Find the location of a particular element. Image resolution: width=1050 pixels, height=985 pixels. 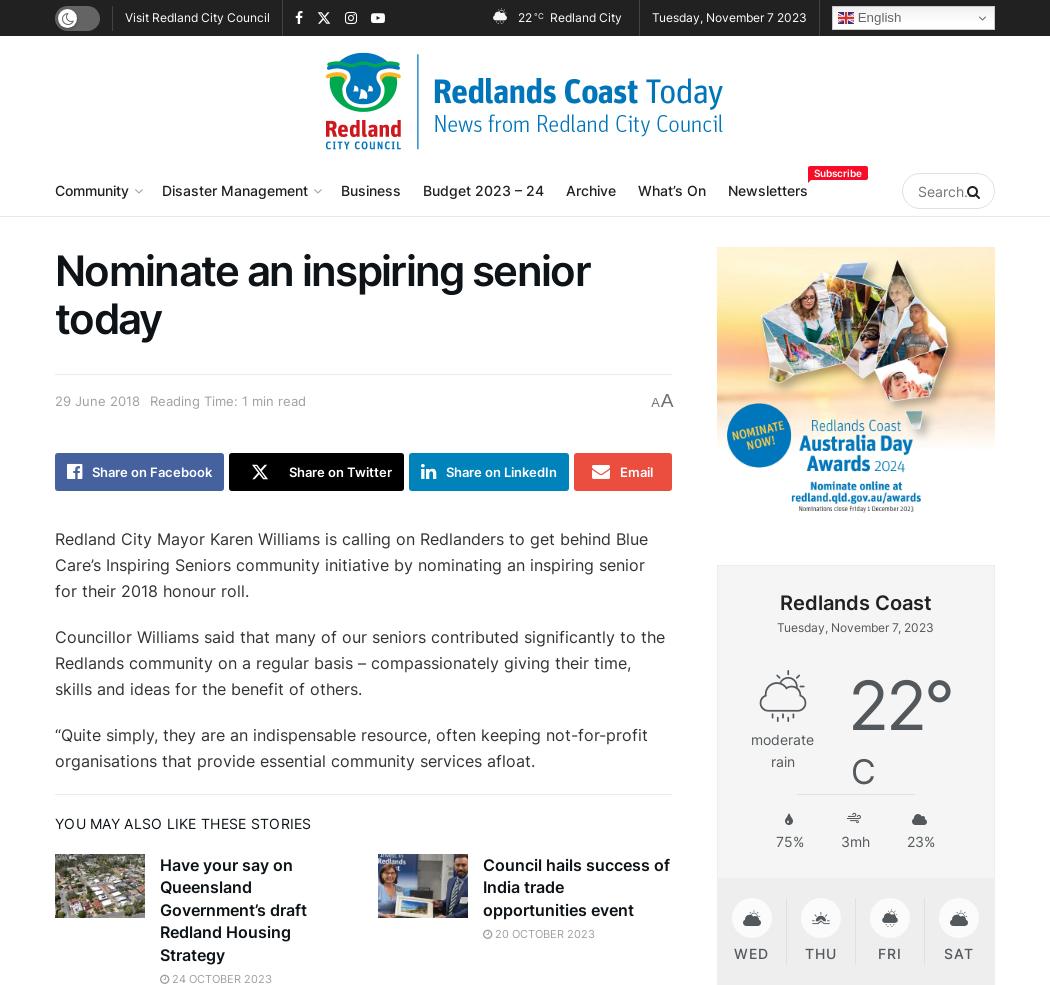

'23%' is located at coordinates (920, 839).